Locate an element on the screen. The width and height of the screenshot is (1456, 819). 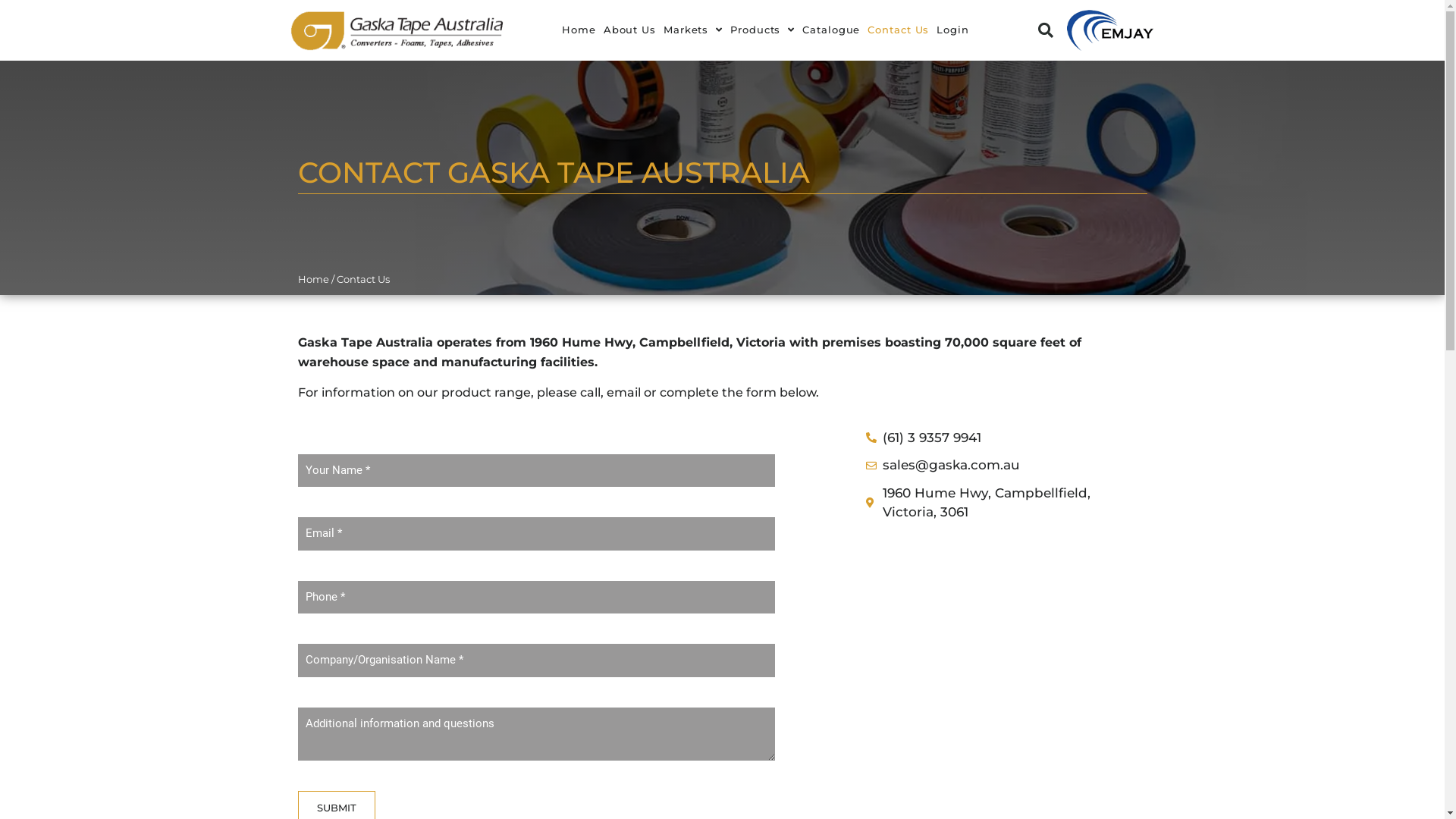
'Home' is located at coordinates (297, 278).